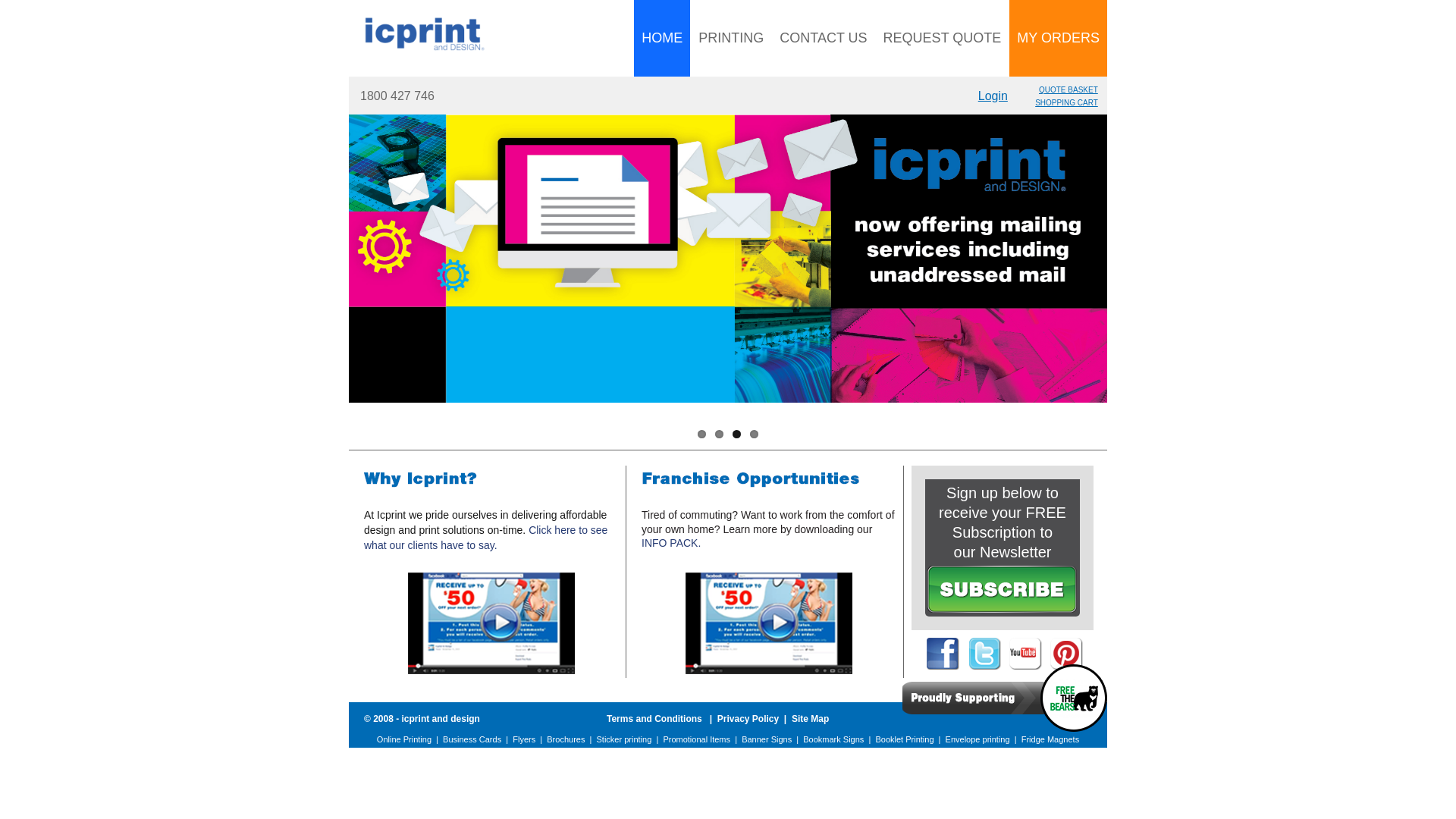 The height and width of the screenshot is (819, 1456). Describe the element at coordinates (718, 434) in the screenshot. I see `'2'` at that location.